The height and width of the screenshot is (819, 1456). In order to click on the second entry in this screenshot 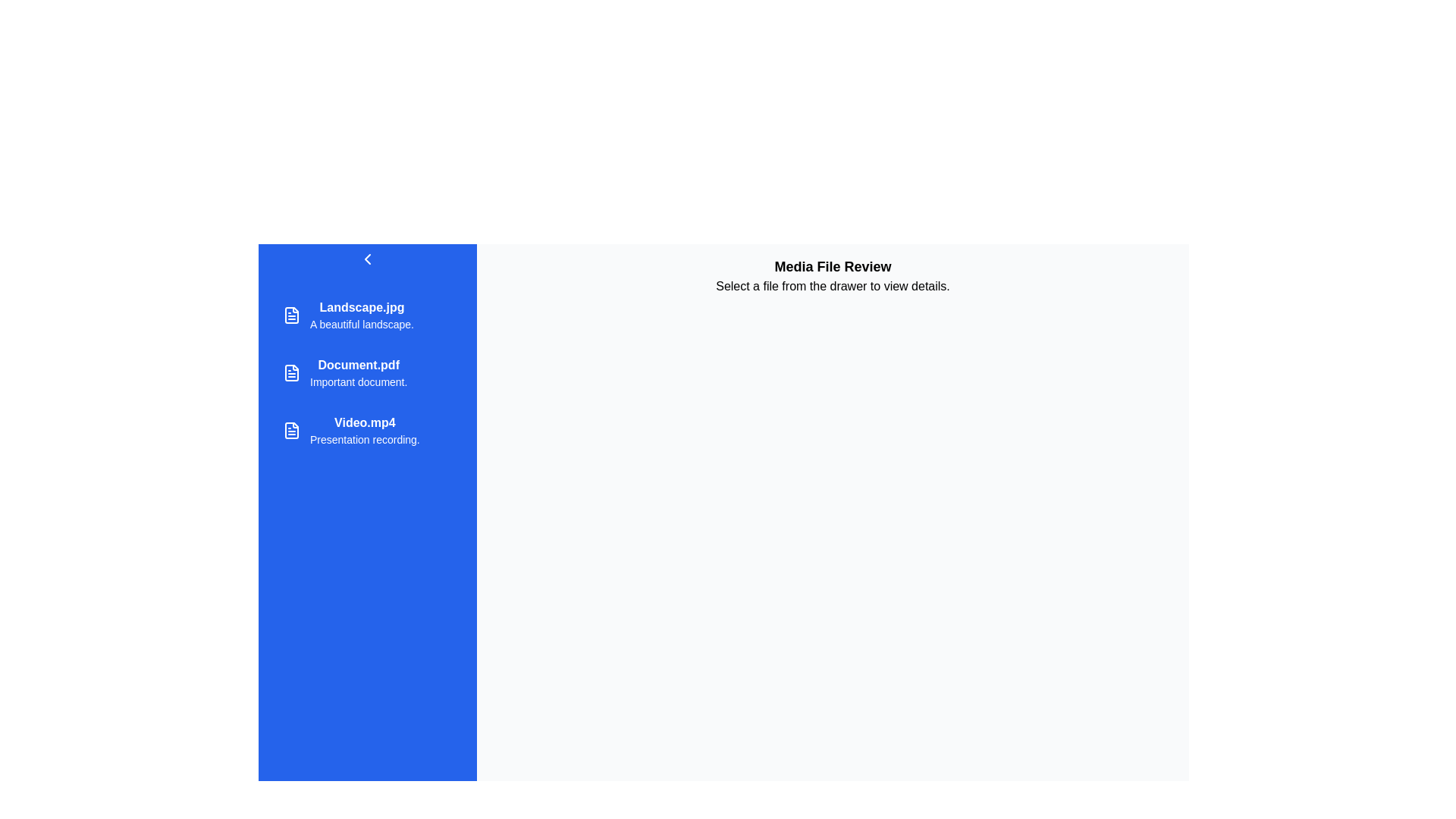, I will do `click(367, 373)`.